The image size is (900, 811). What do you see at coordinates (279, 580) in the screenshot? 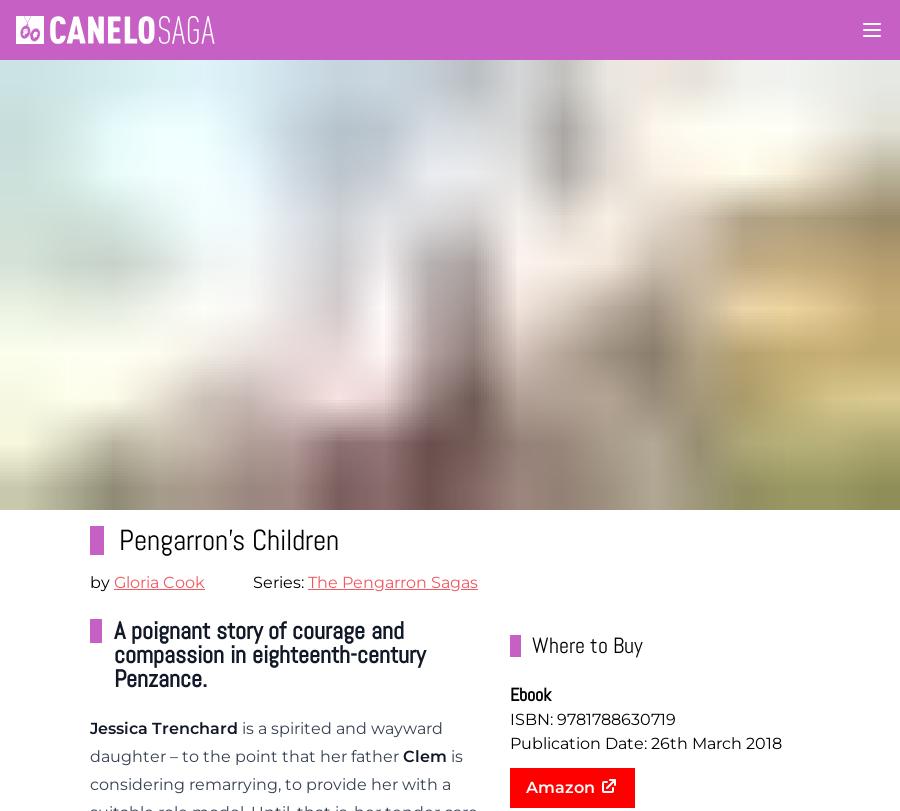
I see `'Series:'` at bounding box center [279, 580].